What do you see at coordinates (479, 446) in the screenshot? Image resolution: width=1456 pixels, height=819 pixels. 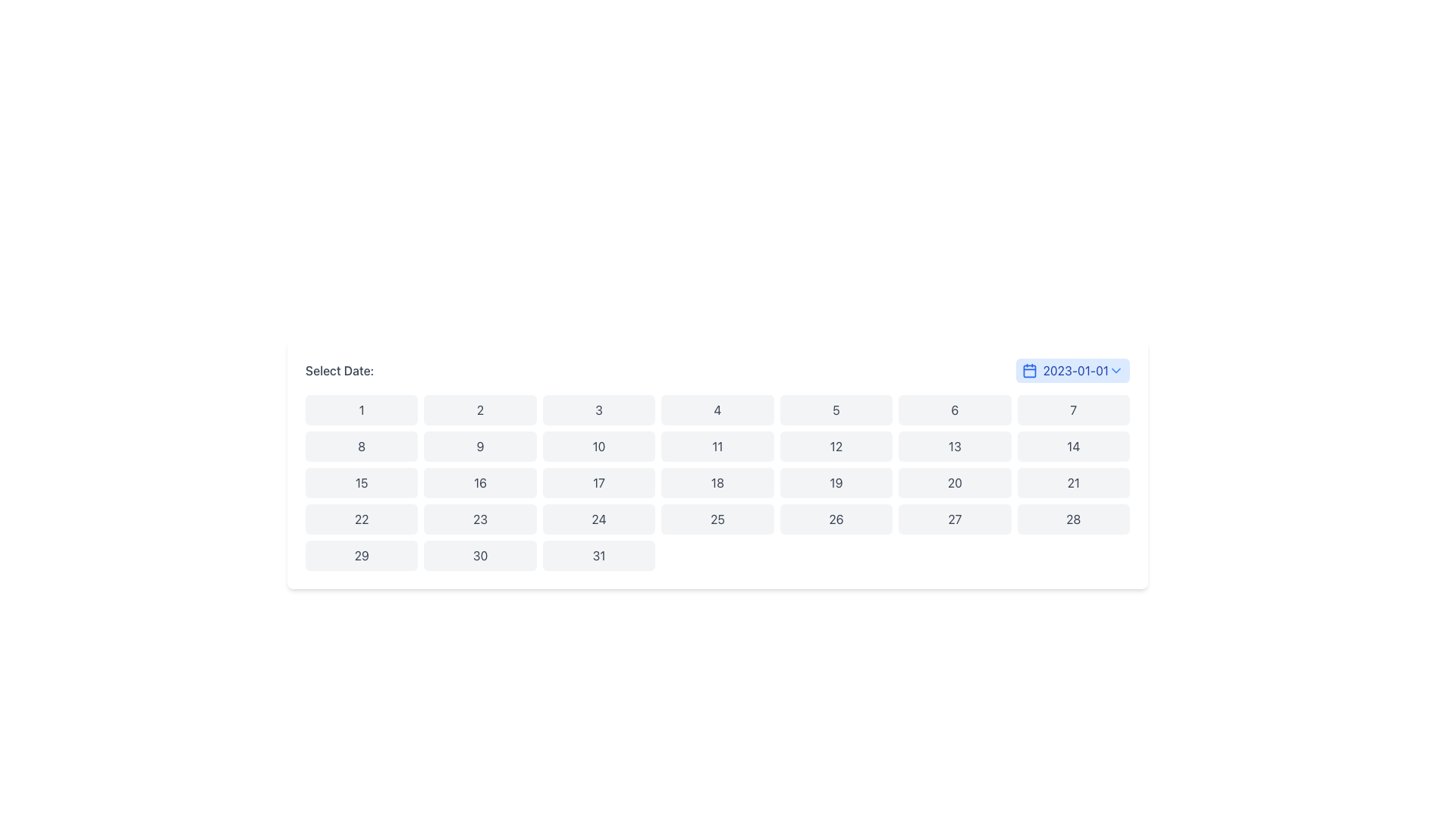 I see `the date selector button representing the number '9' located in the second row and second column of the grid to change its background color to blue` at bounding box center [479, 446].